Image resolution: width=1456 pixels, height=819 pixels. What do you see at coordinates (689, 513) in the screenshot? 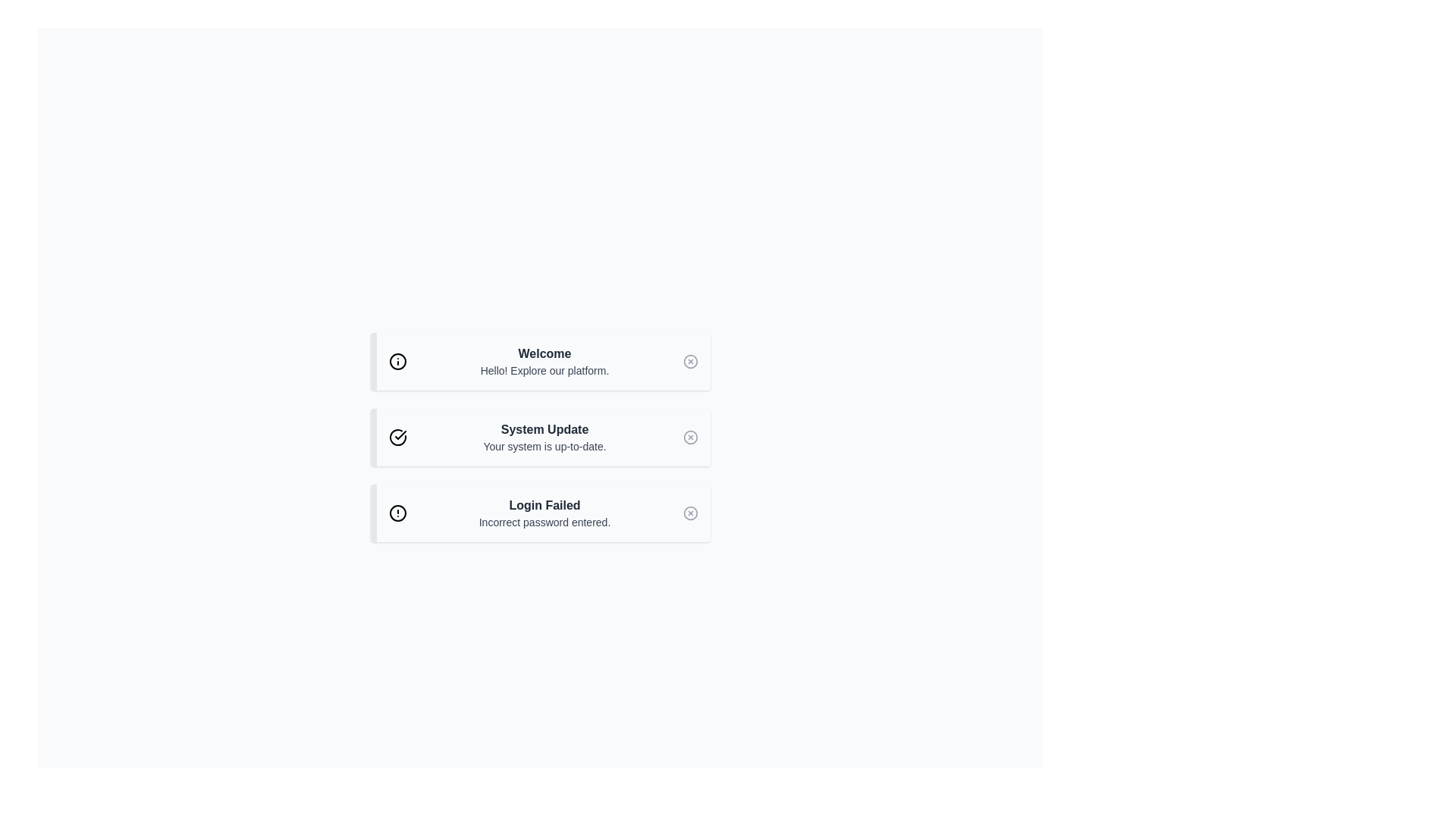
I see `the circular close button with crossed lines located to the far-right of the 'Login Failed' notification in the third row of alerts` at bounding box center [689, 513].